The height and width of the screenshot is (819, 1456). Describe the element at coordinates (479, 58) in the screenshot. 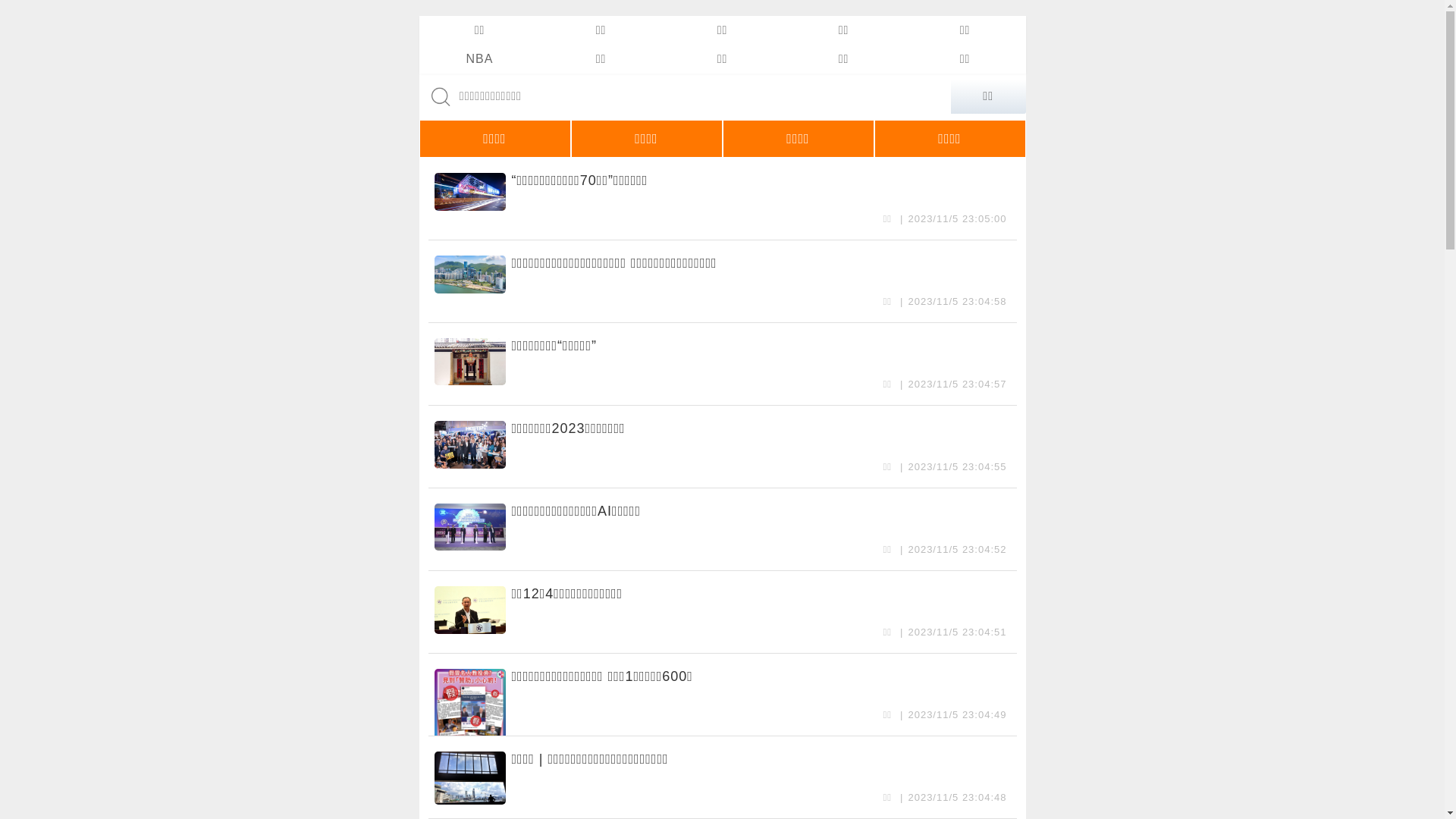

I see `'NBA'` at that location.